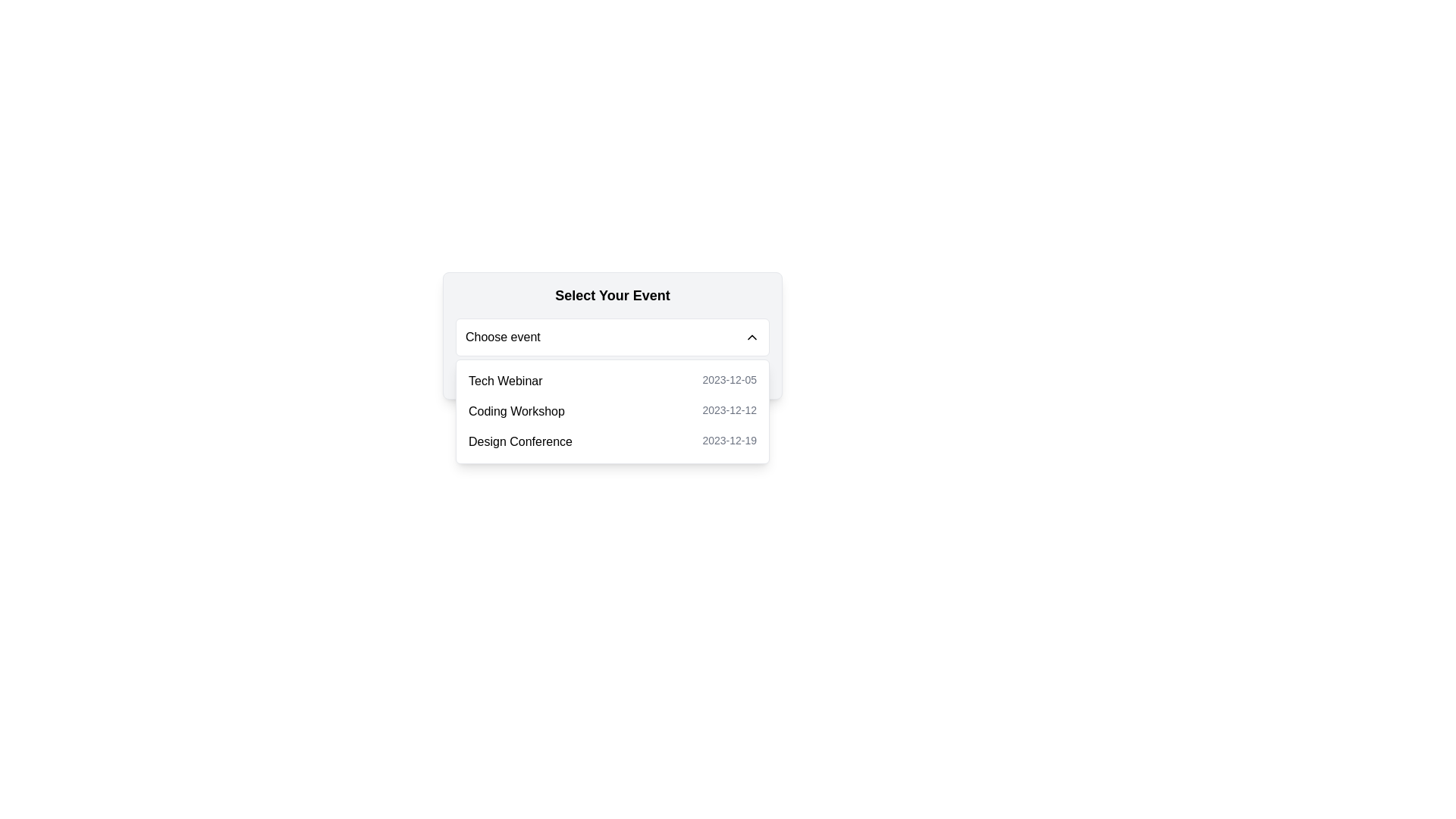 This screenshot has width=1456, height=819. Describe the element at coordinates (612, 412) in the screenshot. I see `the 'Coding Workshop' option in the dropdown menu` at that location.